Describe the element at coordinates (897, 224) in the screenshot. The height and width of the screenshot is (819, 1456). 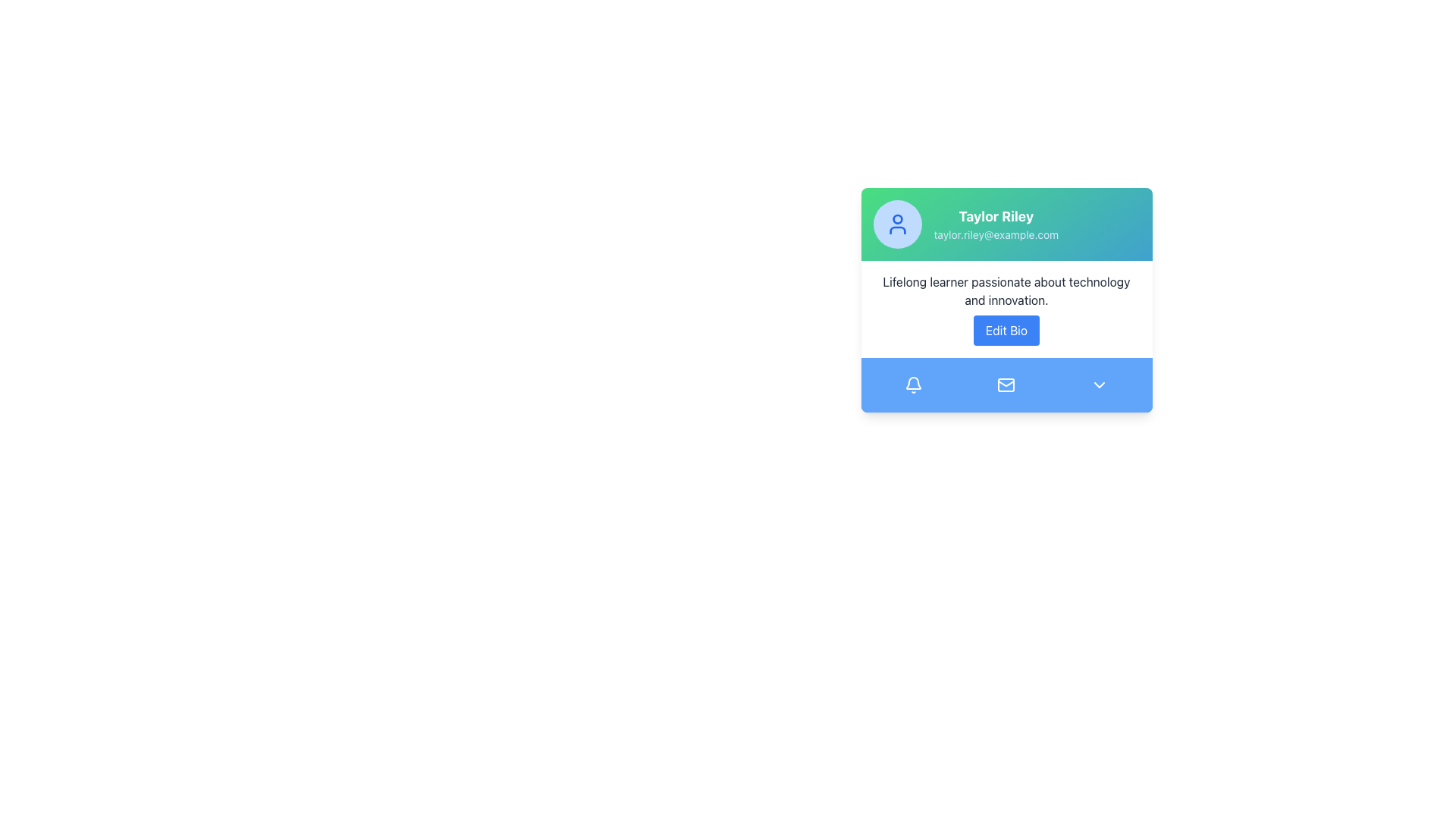
I see `the user icon located at the top-left corner of the profile card, which is enclosed within a circular button` at that location.